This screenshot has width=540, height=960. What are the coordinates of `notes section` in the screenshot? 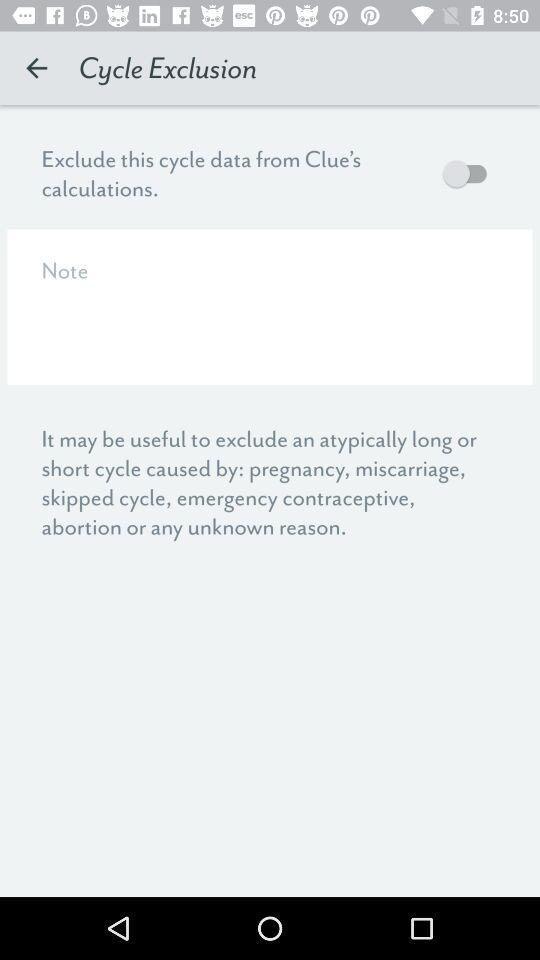 It's located at (270, 307).